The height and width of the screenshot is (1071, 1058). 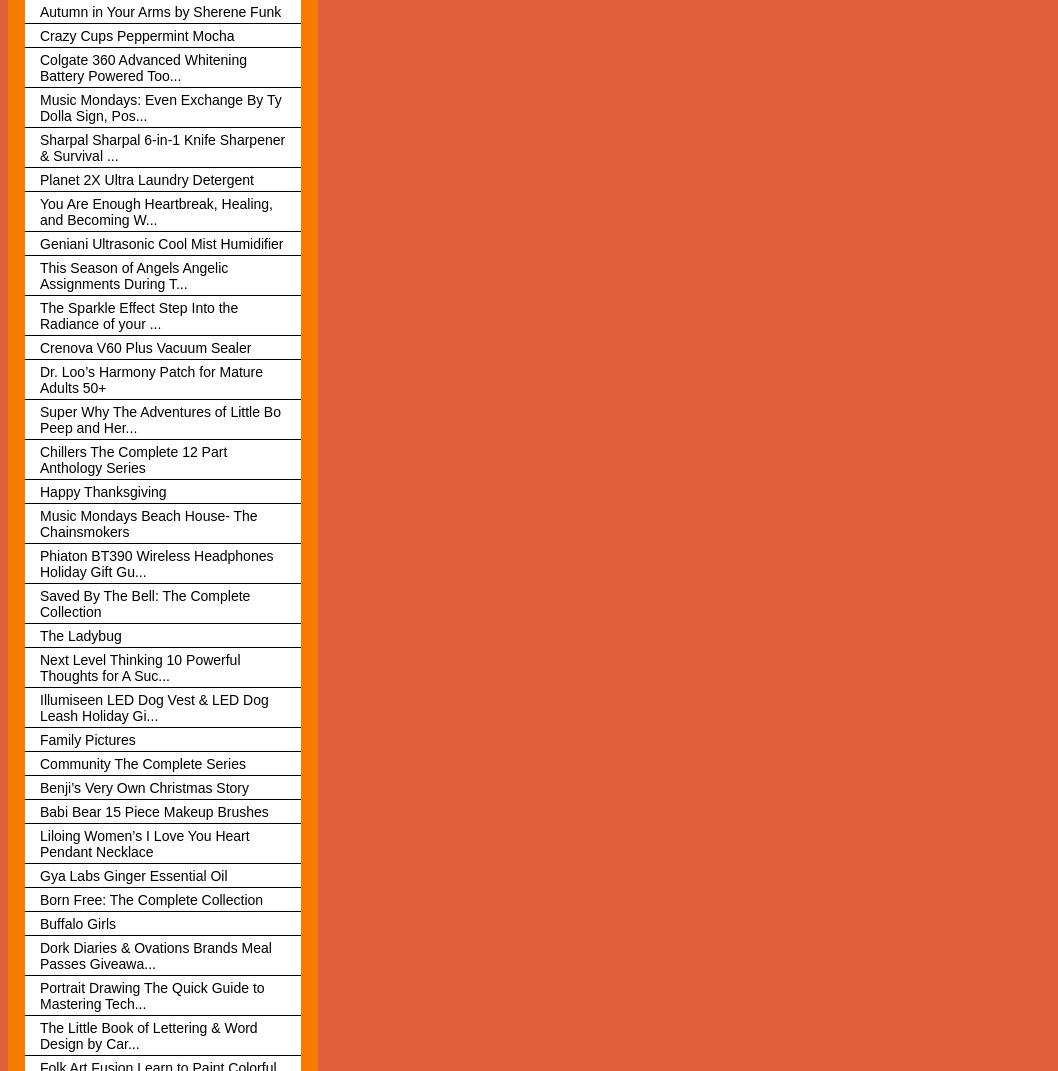 What do you see at coordinates (39, 209) in the screenshot?
I see `'You Are Enough Heartbreak, Healing, and Becoming W...'` at bounding box center [39, 209].